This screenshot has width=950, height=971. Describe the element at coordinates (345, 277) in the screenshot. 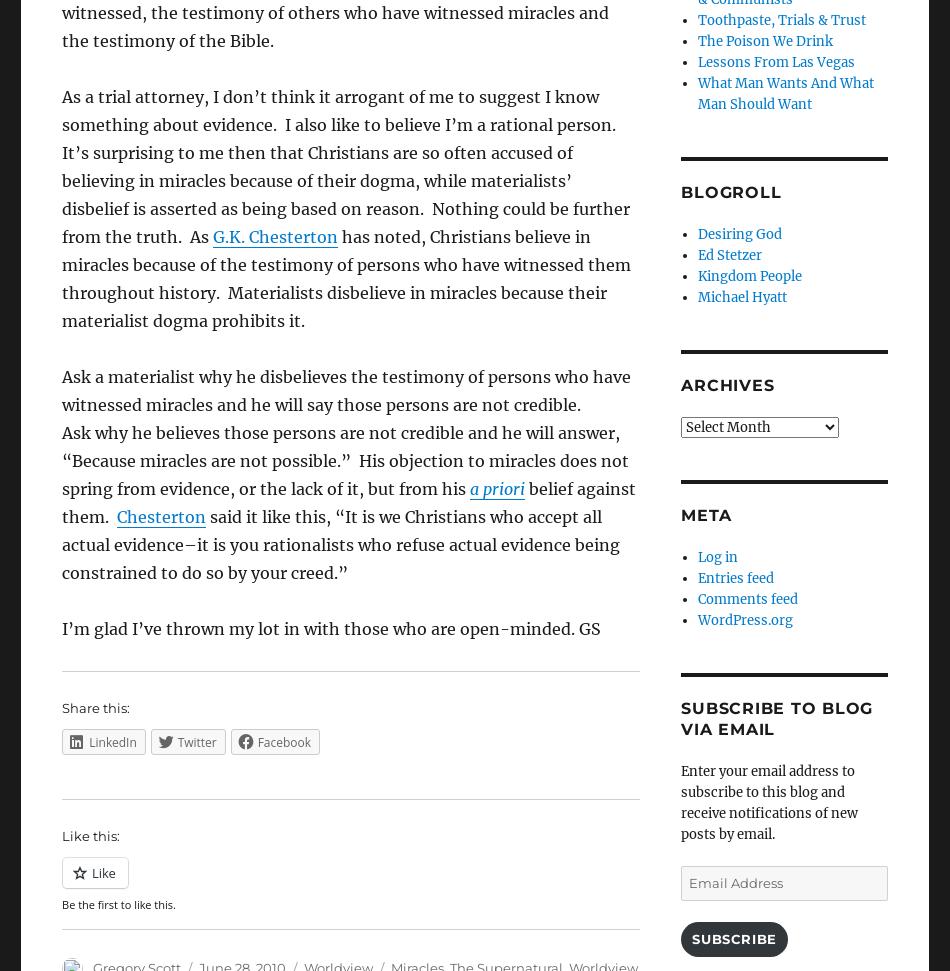

I see `'has noted, Christians believe in miracles because of the testimony of persons who have witnessed them throughout history.  Materialists disbelieve in miracles because their materialist dogma prohibits it.'` at that location.